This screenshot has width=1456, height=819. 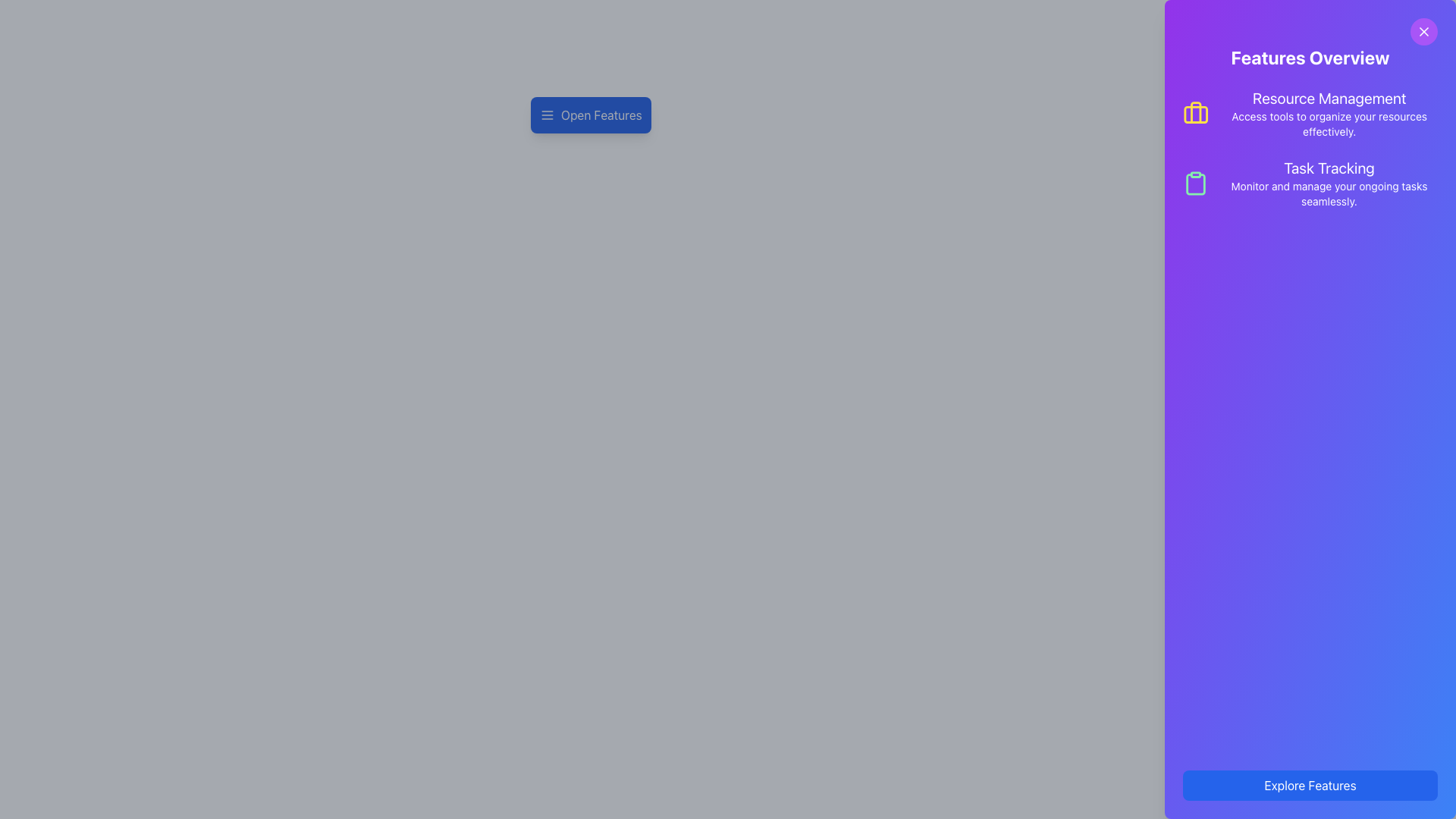 I want to click on the handle component of the suitcase icon, which visually represents 'Resource Management', located near the top of the purple panel on the right side of the interface, so click(x=1195, y=111).